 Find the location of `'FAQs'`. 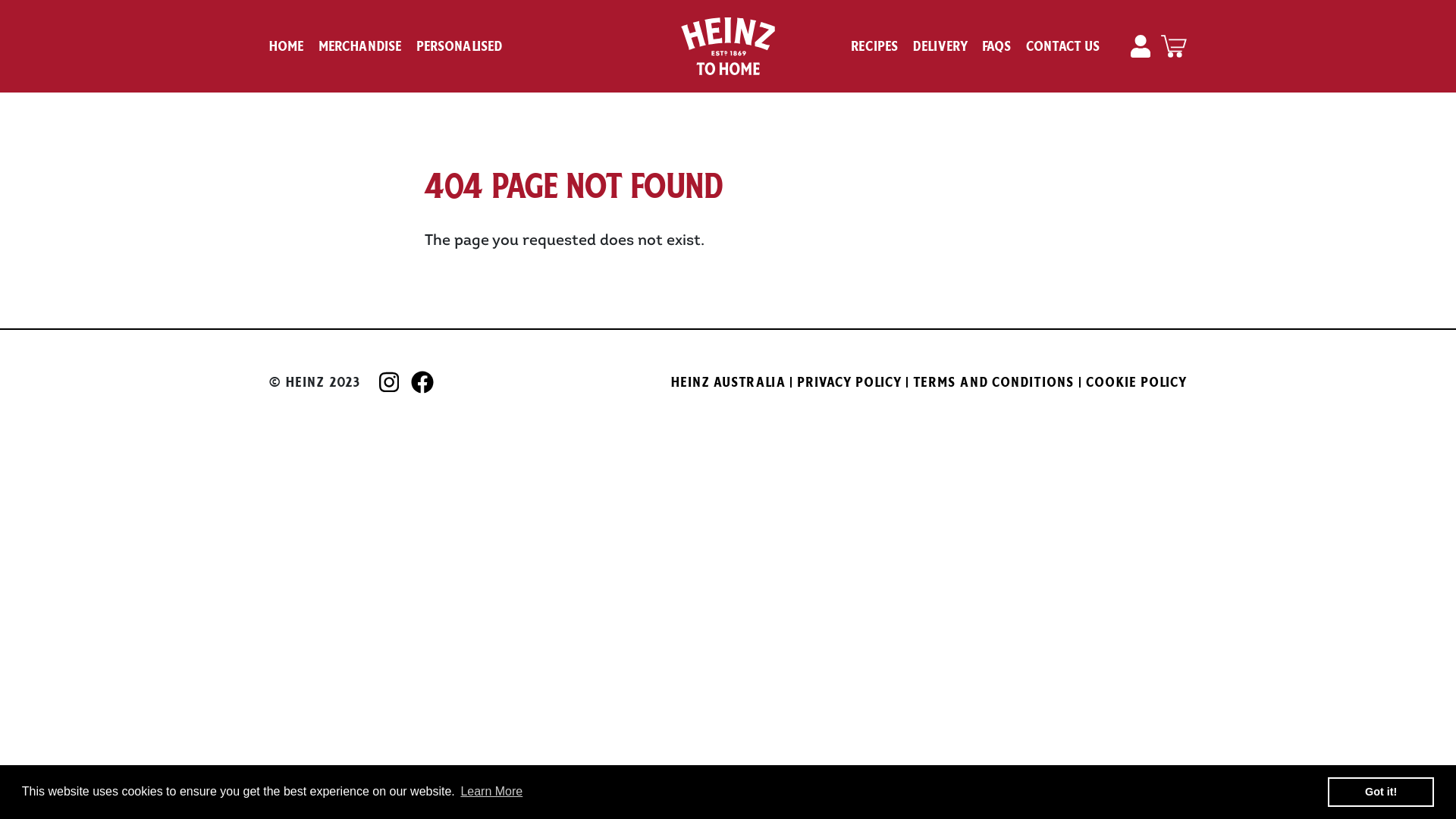

'FAQs' is located at coordinates (997, 45).